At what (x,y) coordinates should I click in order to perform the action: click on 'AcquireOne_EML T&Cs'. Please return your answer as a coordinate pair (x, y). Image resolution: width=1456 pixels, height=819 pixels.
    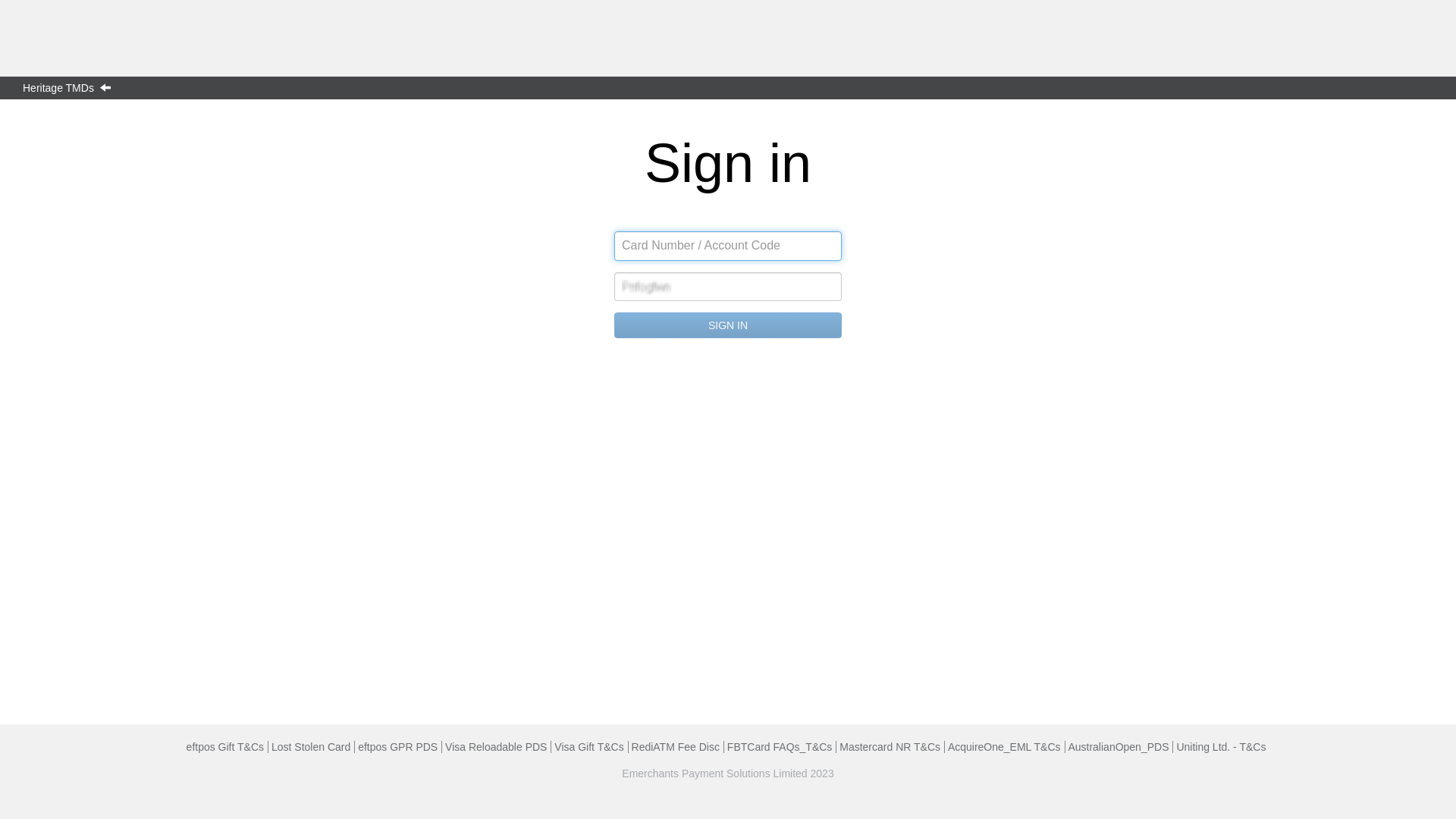
    Looking at the image, I should click on (1004, 745).